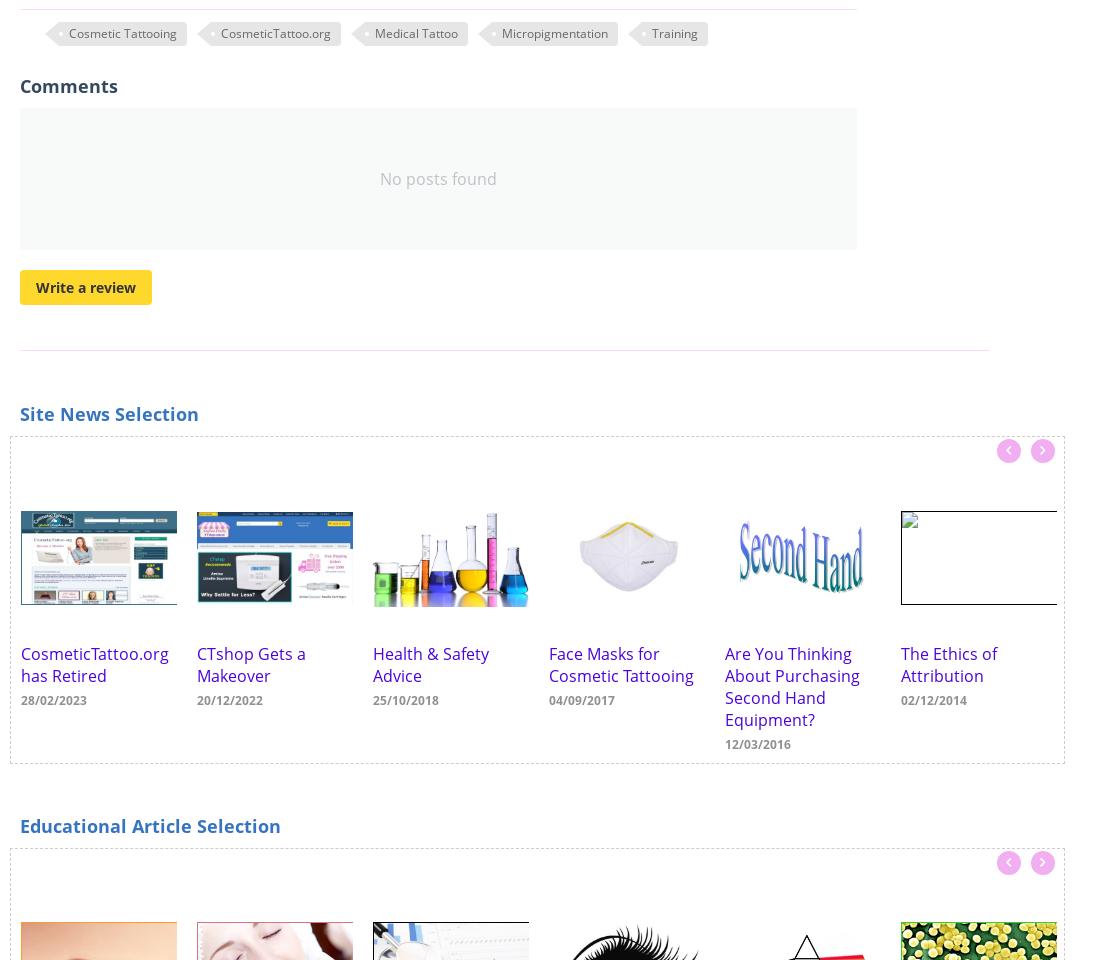  What do you see at coordinates (94, 664) in the screenshot?
I see `'CosmeticTattoo.org has Retired'` at bounding box center [94, 664].